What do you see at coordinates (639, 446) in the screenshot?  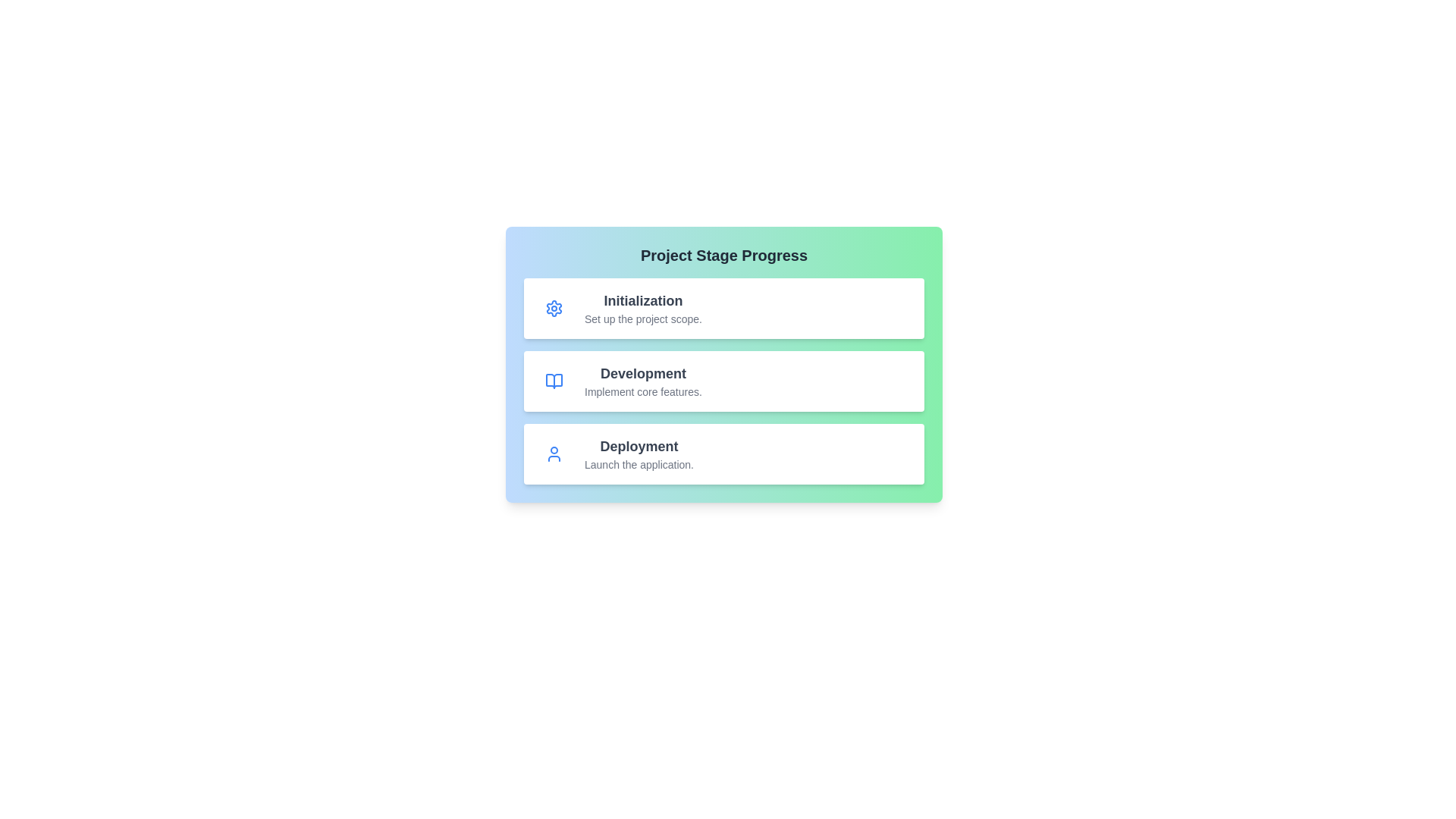 I see `text label 'Deployment' displayed in bold and dark gray color, located at the top of a card in a multistage process interface` at bounding box center [639, 446].